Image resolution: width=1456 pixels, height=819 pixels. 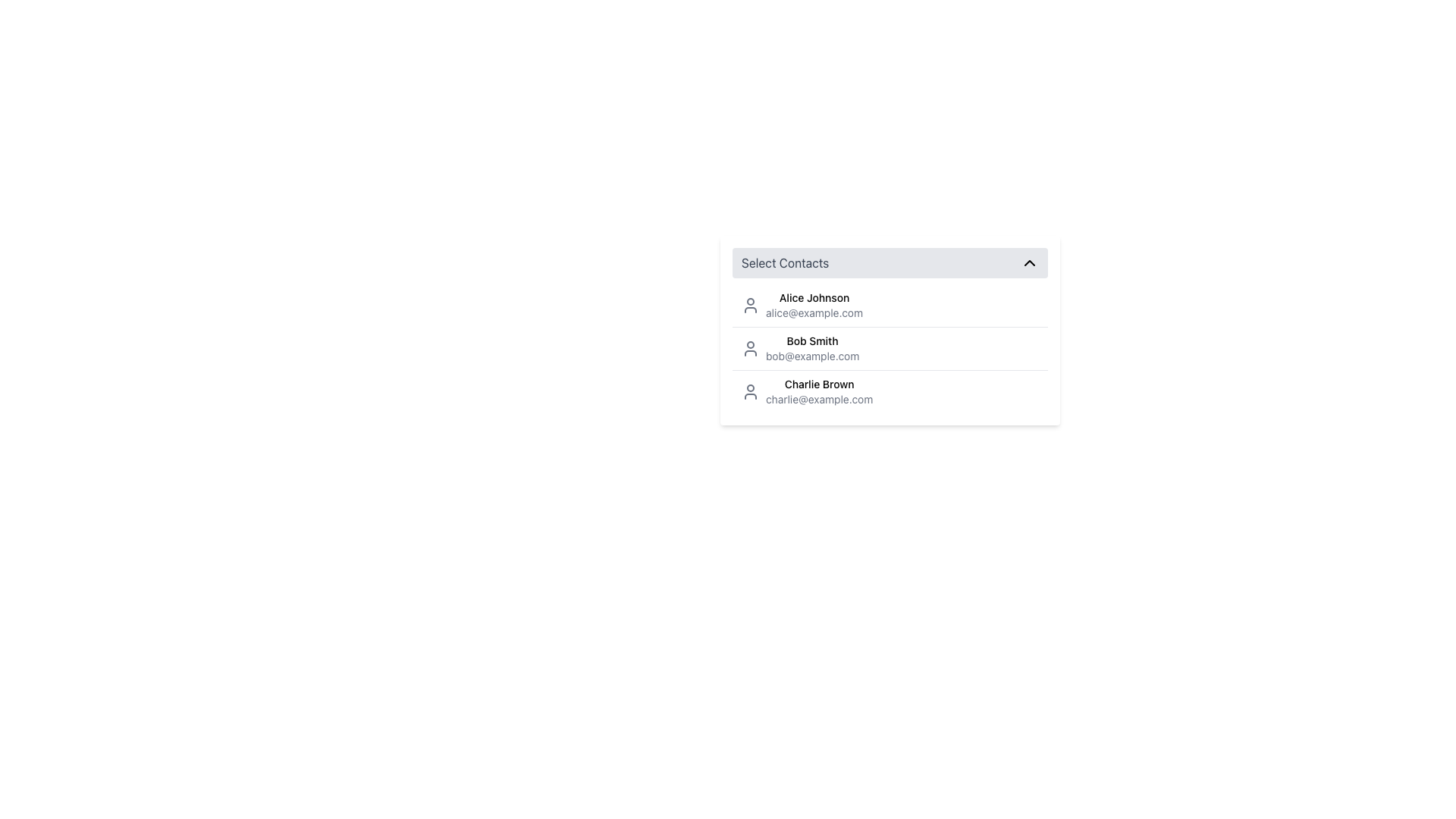 I want to click on the first list item displaying 'Alice Johnson' and 'alice@example.com', so click(x=814, y=305).